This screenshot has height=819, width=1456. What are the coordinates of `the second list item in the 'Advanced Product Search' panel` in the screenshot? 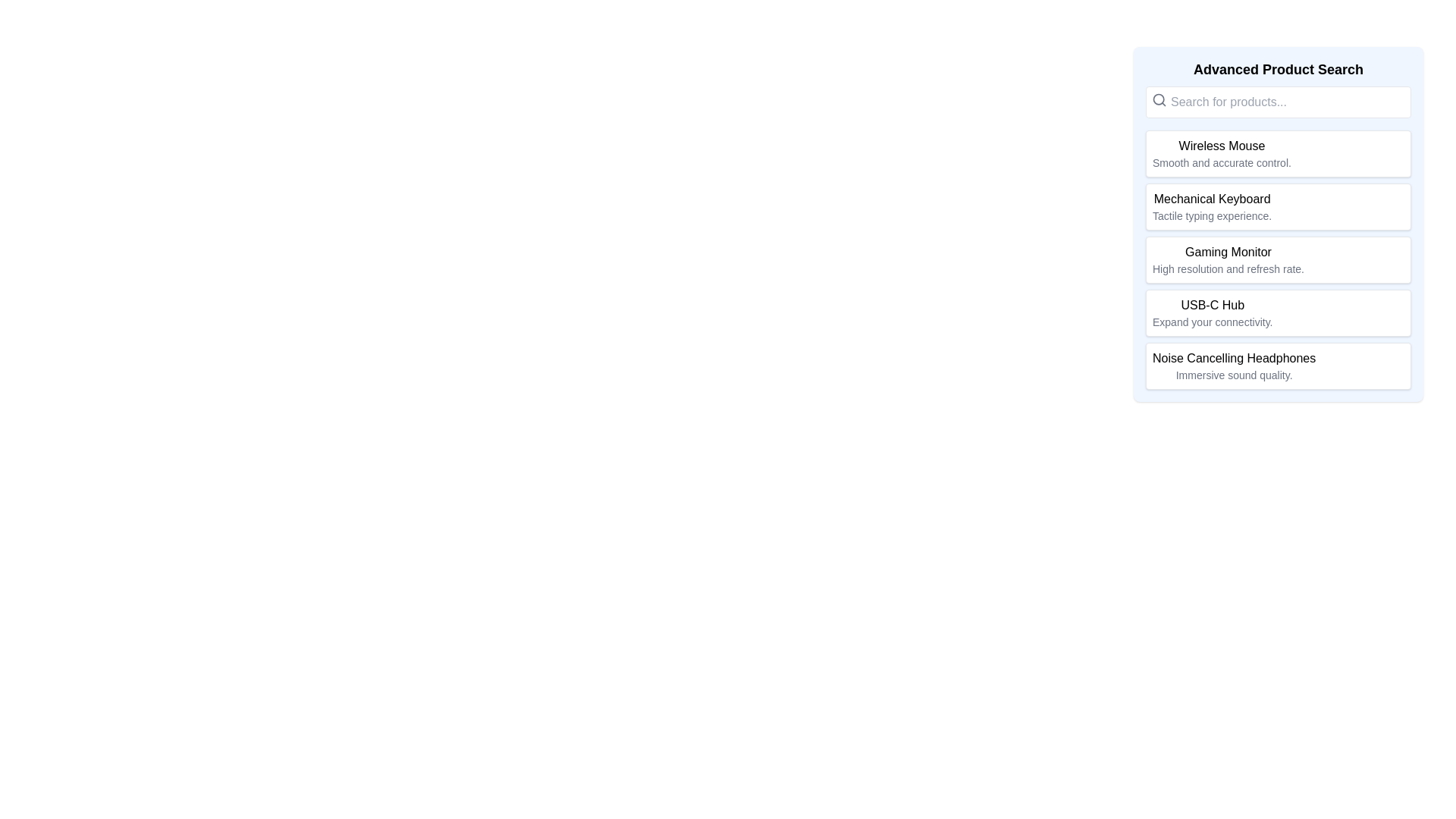 It's located at (1277, 224).